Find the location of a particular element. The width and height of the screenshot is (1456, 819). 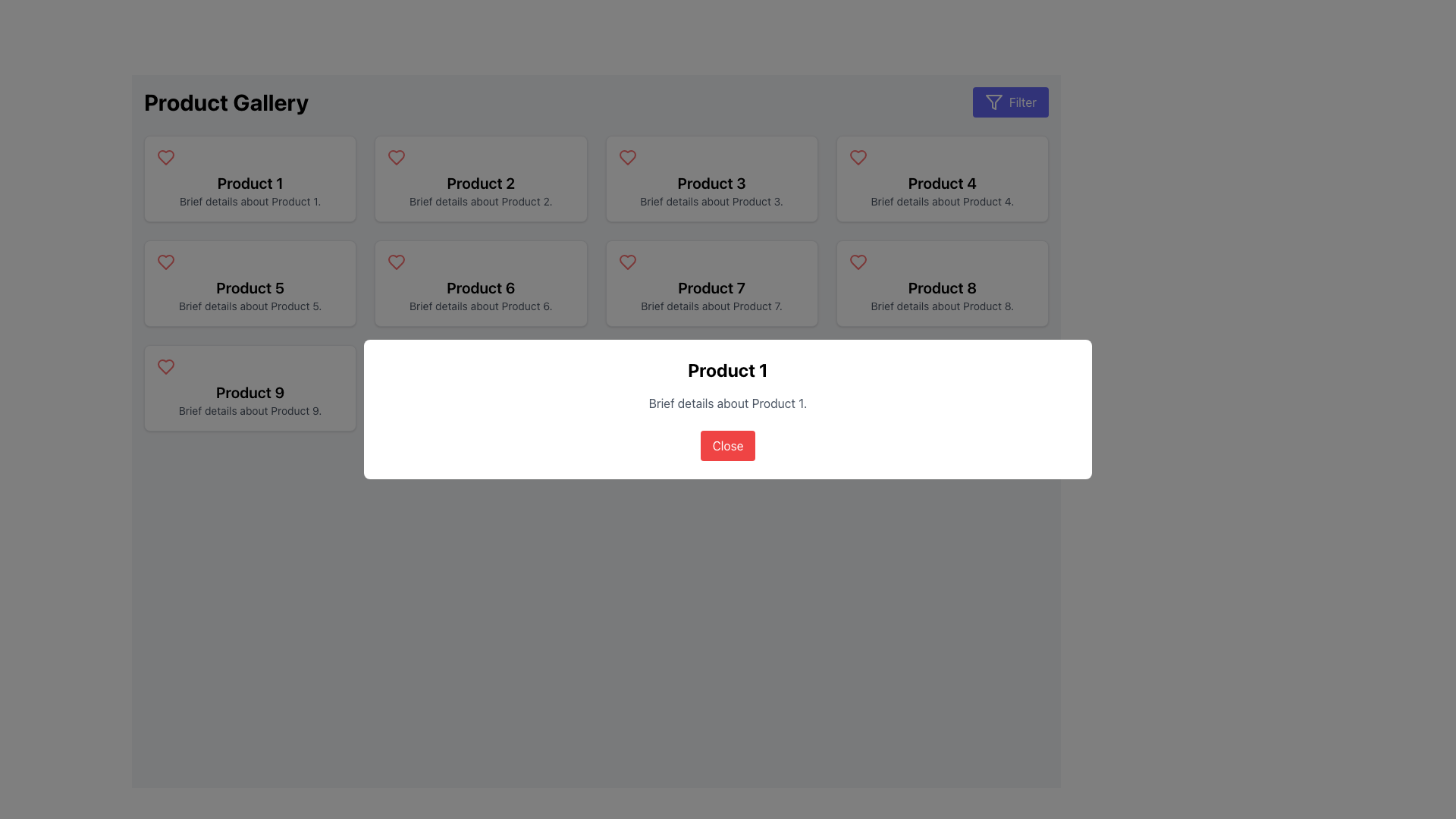

the funnel icon inside the blue 'Filter' button located in the upper-right corner of the interface is located at coordinates (993, 102).